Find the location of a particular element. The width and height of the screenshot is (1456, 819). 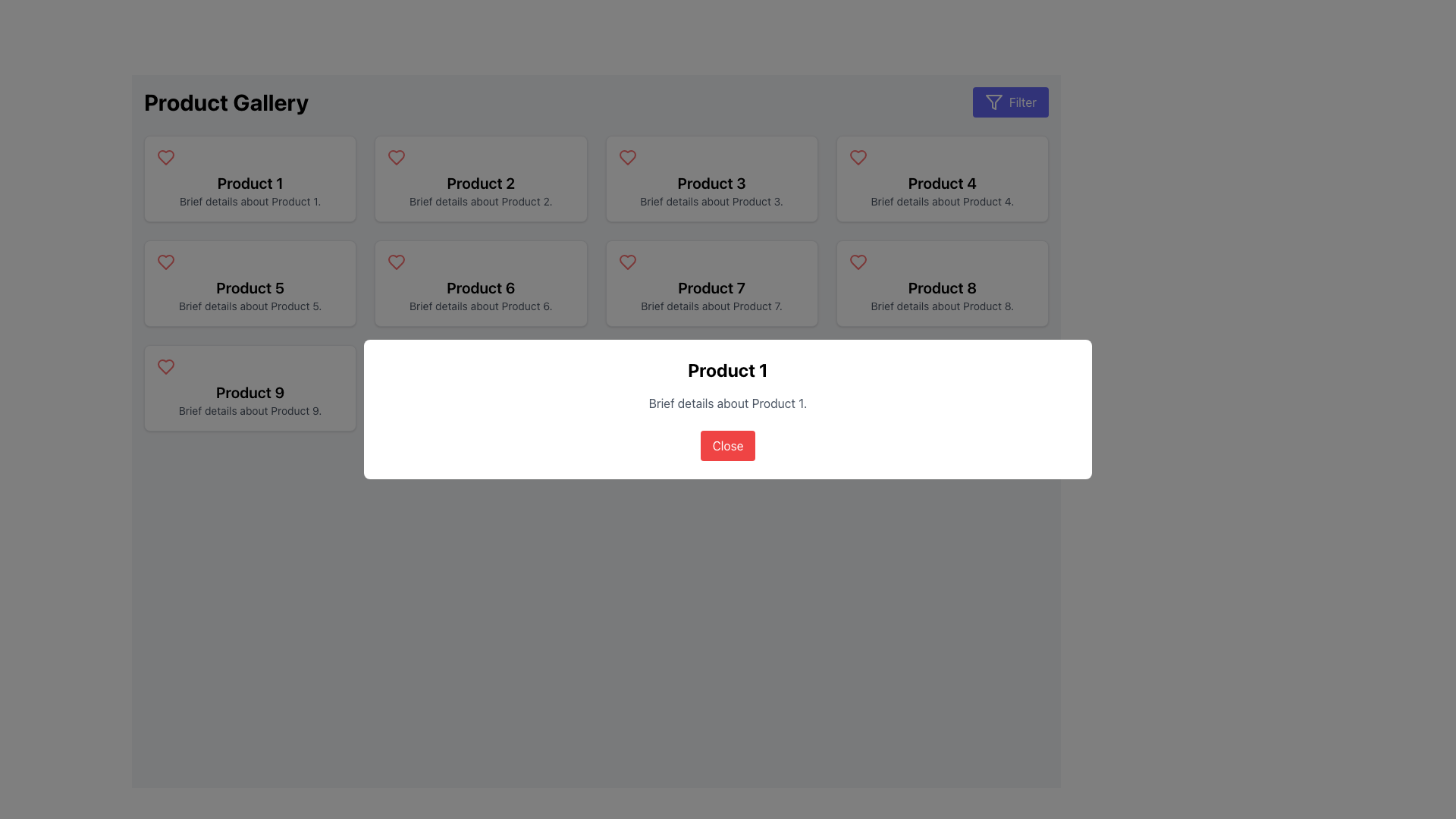

the funnel icon inside the blue 'Filter' button located in the upper-right corner of the interface is located at coordinates (993, 102).